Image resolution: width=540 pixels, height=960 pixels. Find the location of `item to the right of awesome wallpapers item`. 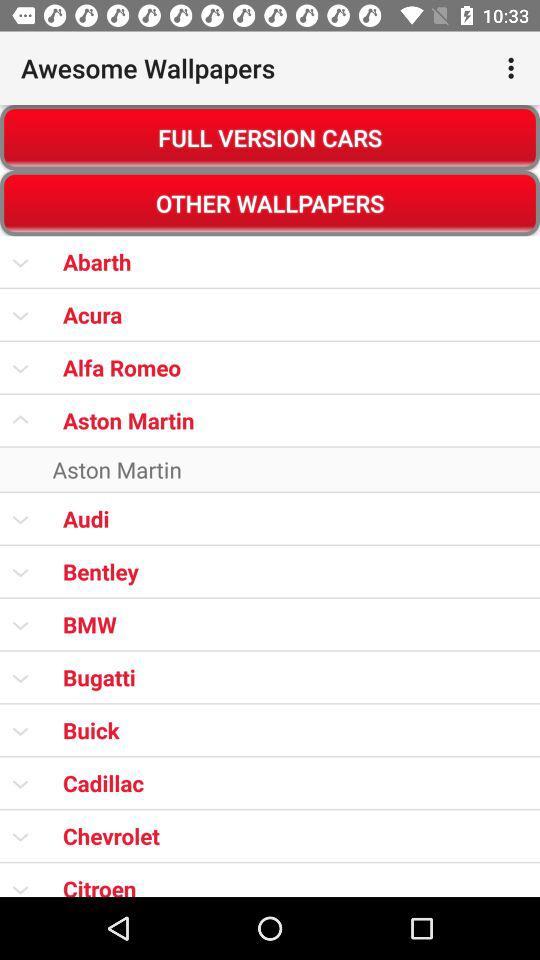

item to the right of awesome wallpapers item is located at coordinates (513, 68).